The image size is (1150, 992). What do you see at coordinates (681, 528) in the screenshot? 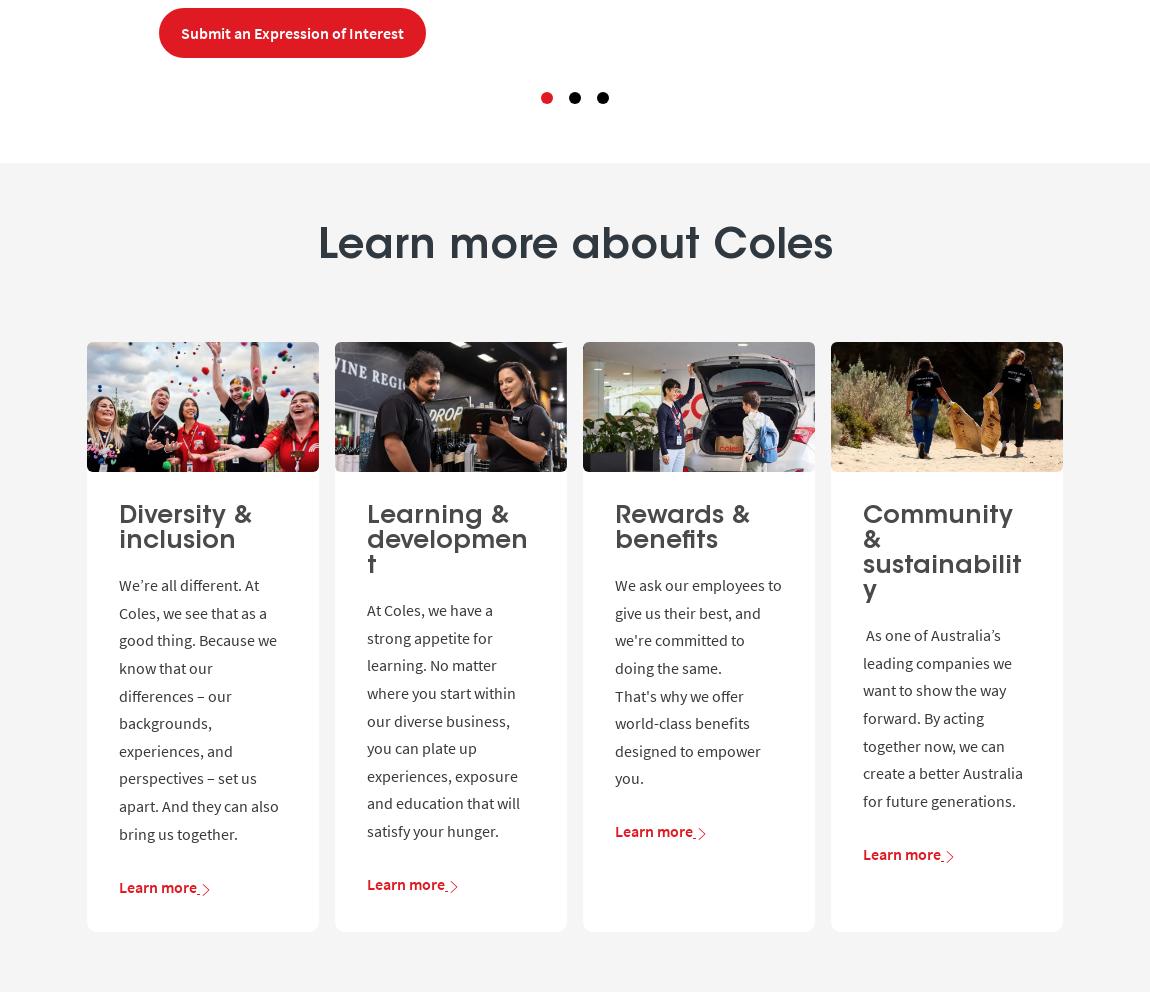
I see `'Rewards & benefits'` at bounding box center [681, 528].